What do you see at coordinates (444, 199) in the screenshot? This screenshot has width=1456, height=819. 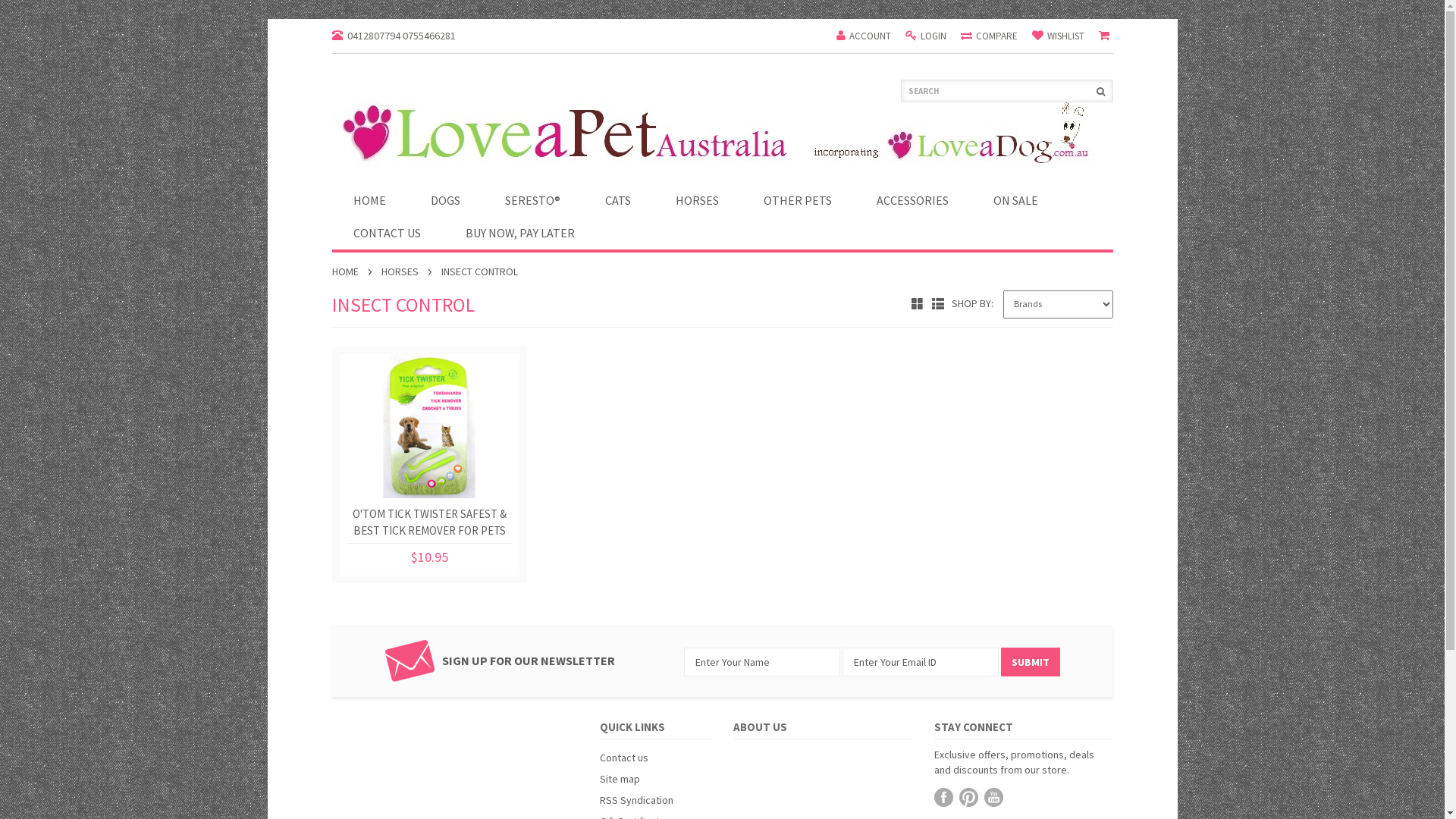 I see `'DOGS'` at bounding box center [444, 199].